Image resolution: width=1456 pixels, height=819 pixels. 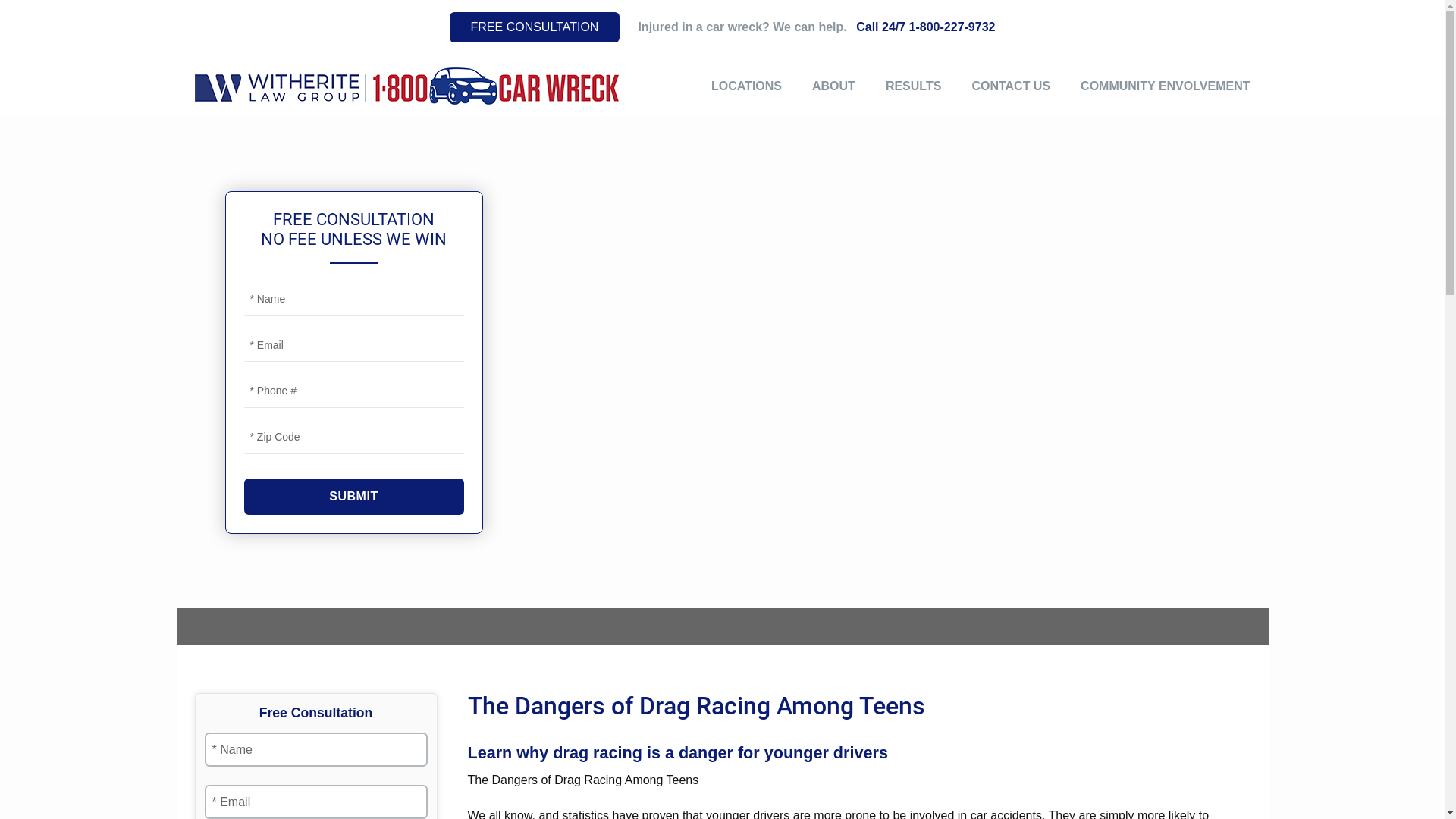 What do you see at coordinates (449, 27) in the screenshot?
I see `'FREE CONSULTATION'` at bounding box center [449, 27].